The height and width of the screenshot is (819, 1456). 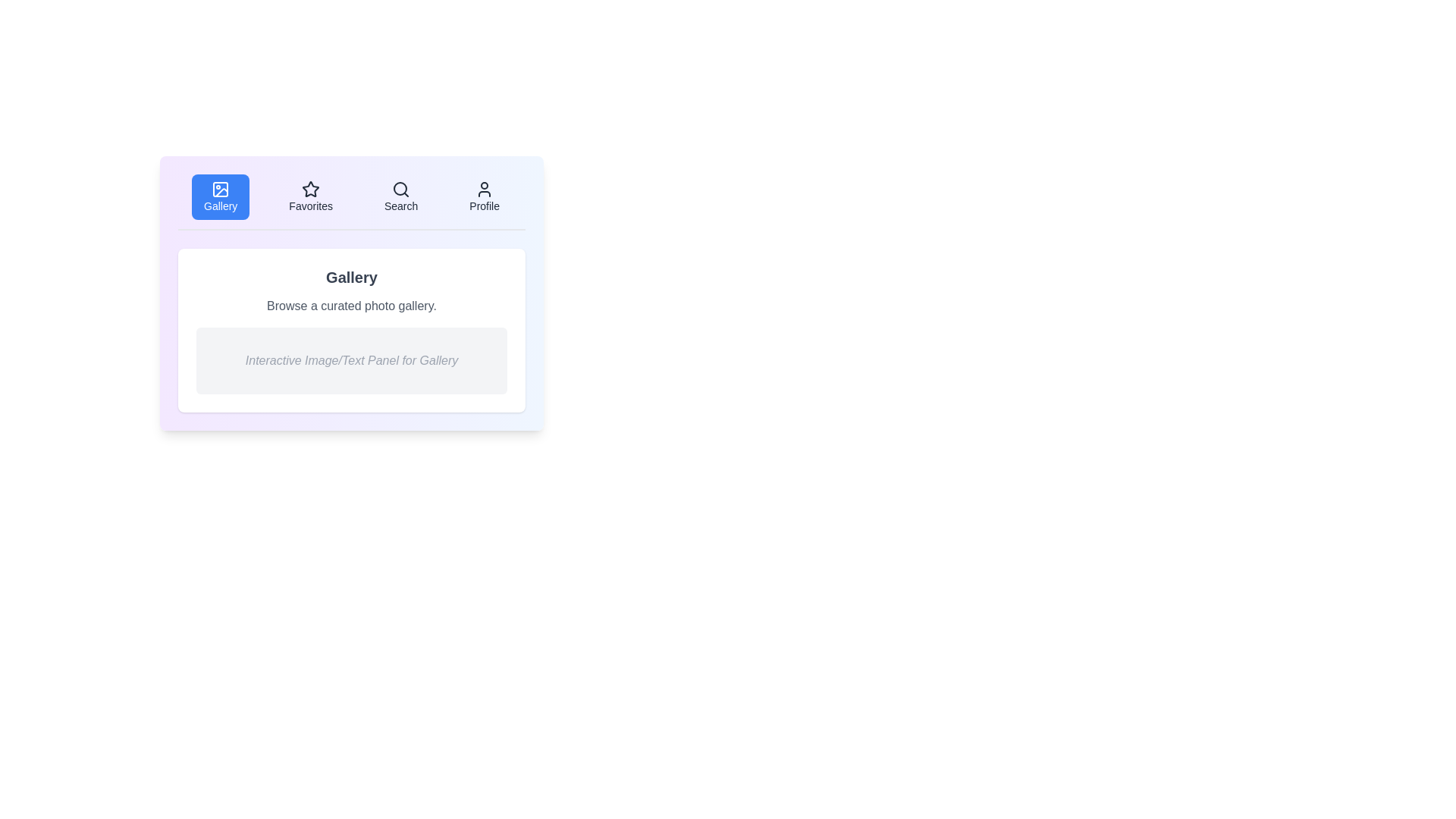 What do you see at coordinates (400, 196) in the screenshot?
I see `the Search tab` at bounding box center [400, 196].